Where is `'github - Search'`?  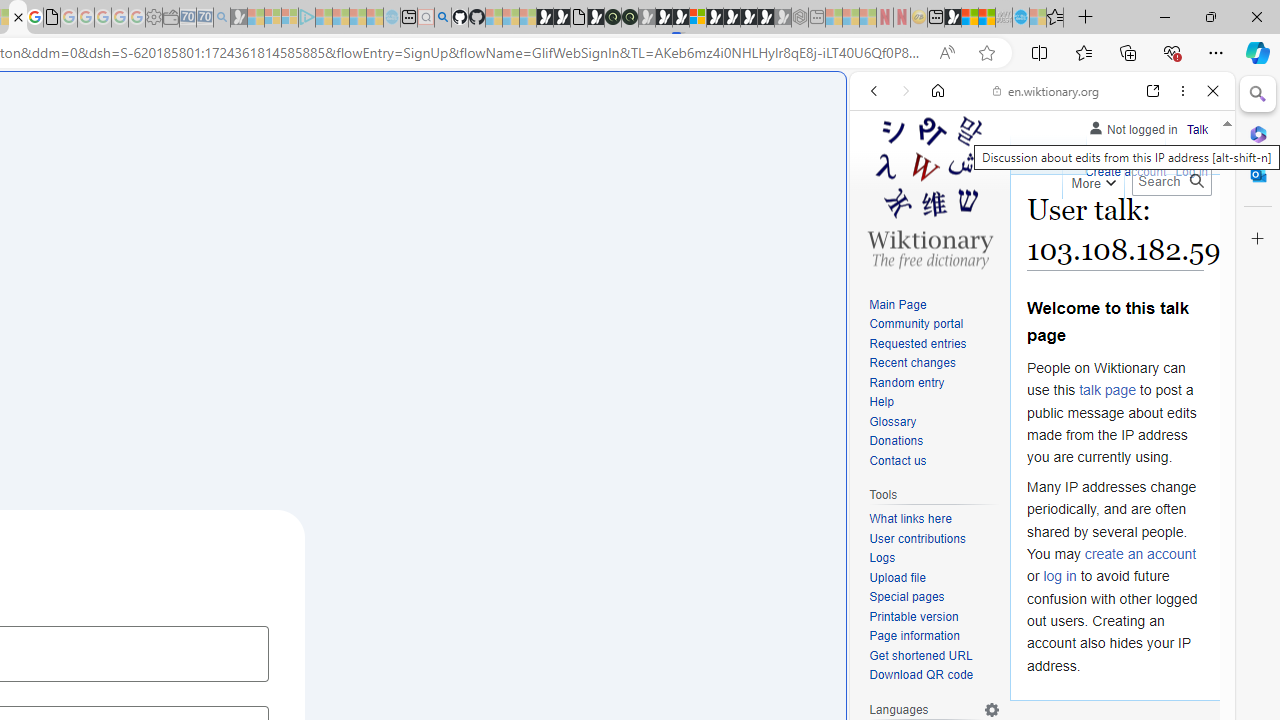 'github - Search' is located at coordinates (441, 17).